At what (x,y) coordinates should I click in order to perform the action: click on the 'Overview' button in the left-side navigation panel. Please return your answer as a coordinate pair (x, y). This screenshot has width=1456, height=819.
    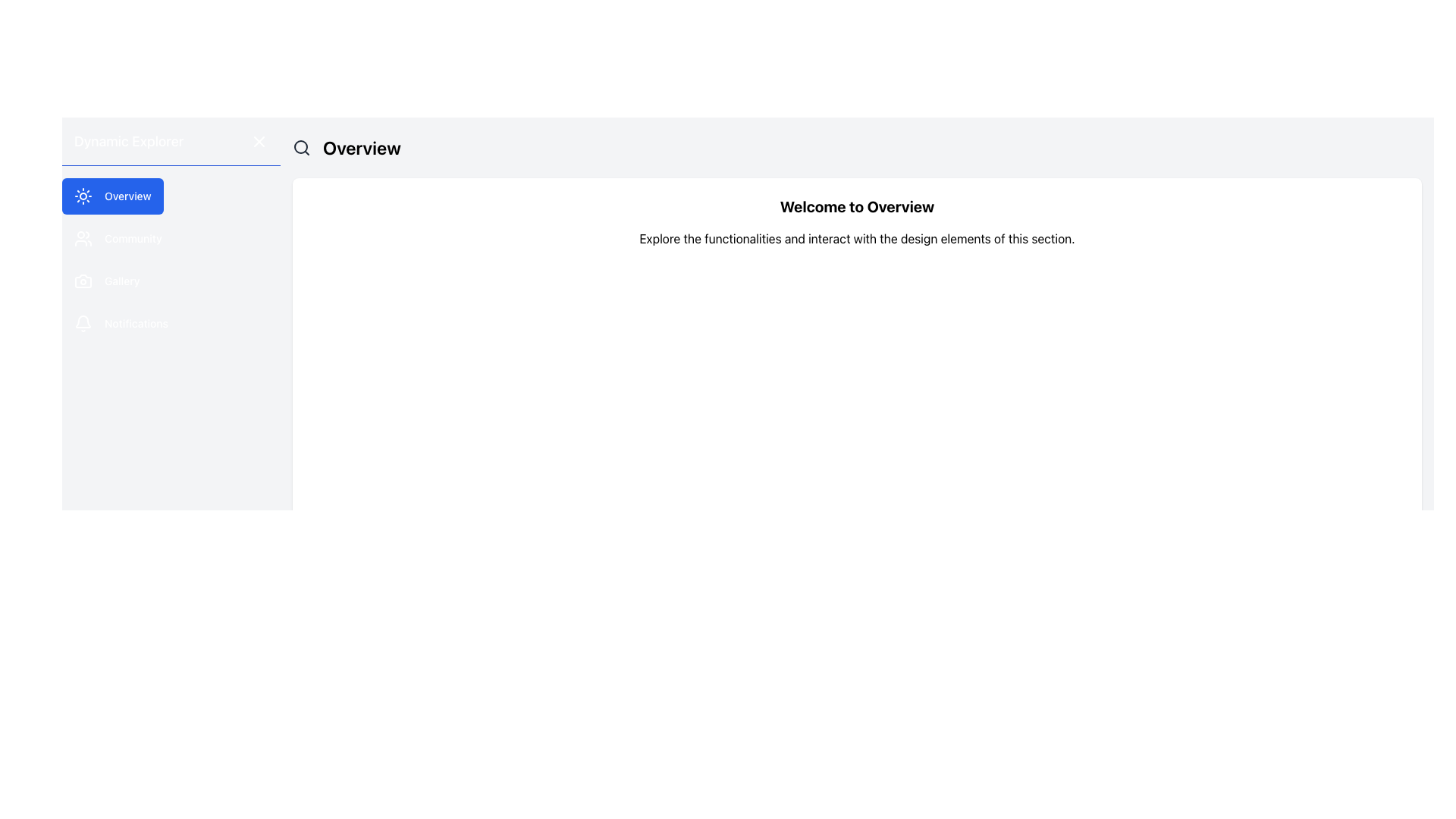
    Looking at the image, I should click on (83, 195).